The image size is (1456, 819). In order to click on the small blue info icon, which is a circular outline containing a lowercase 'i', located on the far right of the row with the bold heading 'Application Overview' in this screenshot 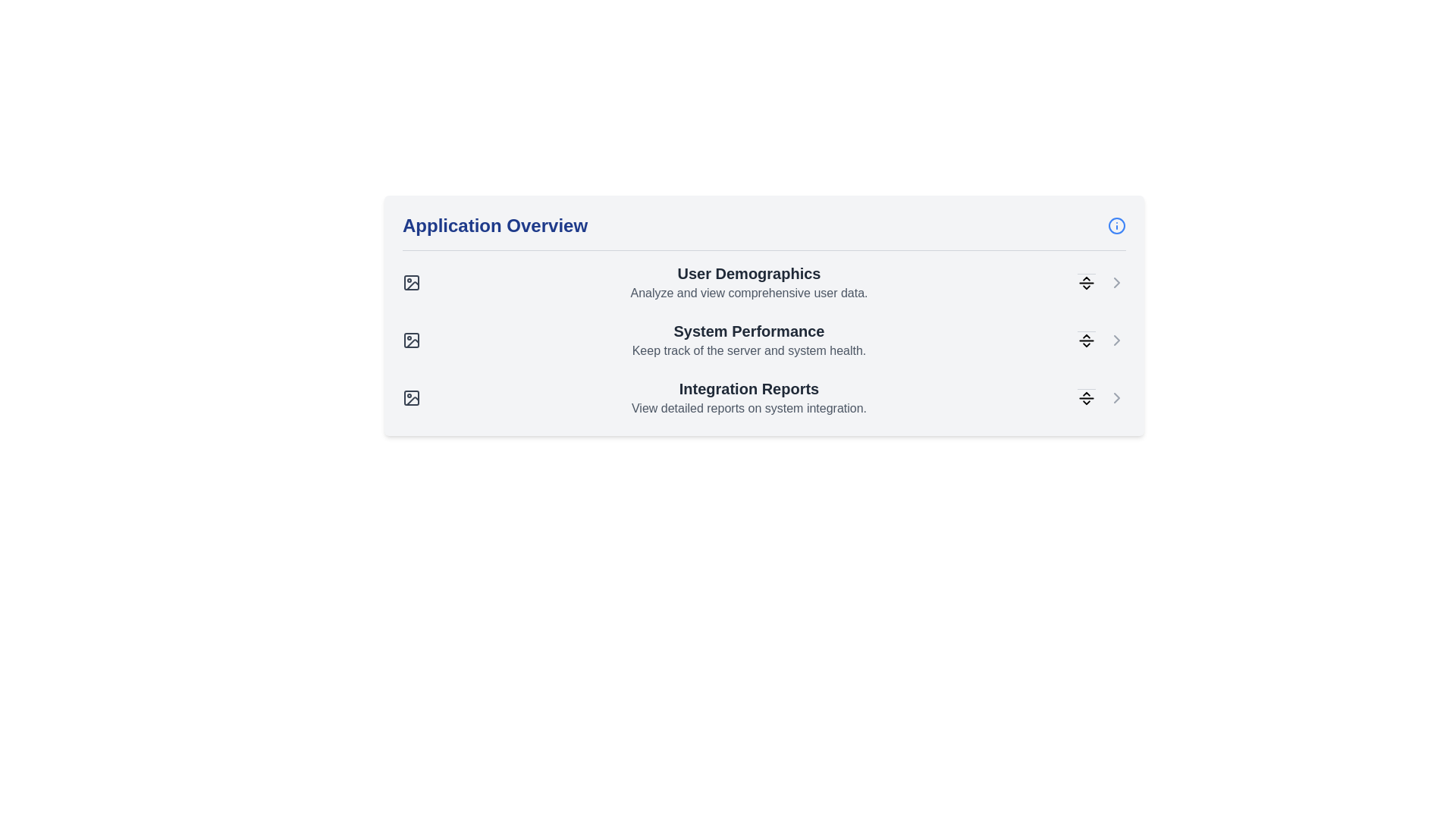, I will do `click(1117, 225)`.